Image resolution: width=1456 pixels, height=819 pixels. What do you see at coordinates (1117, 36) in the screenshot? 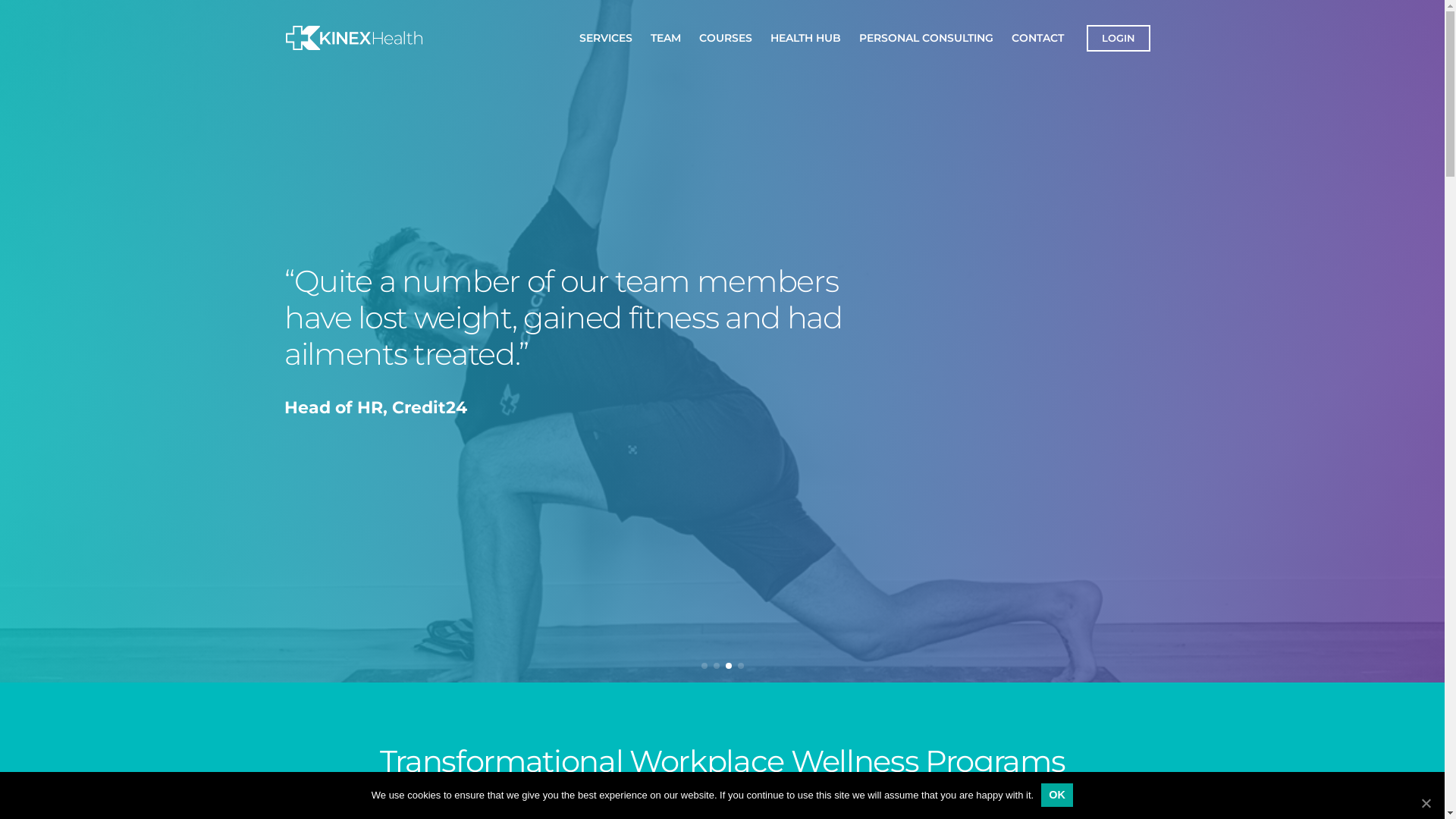
I see `'LOGIN'` at bounding box center [1117, 36].